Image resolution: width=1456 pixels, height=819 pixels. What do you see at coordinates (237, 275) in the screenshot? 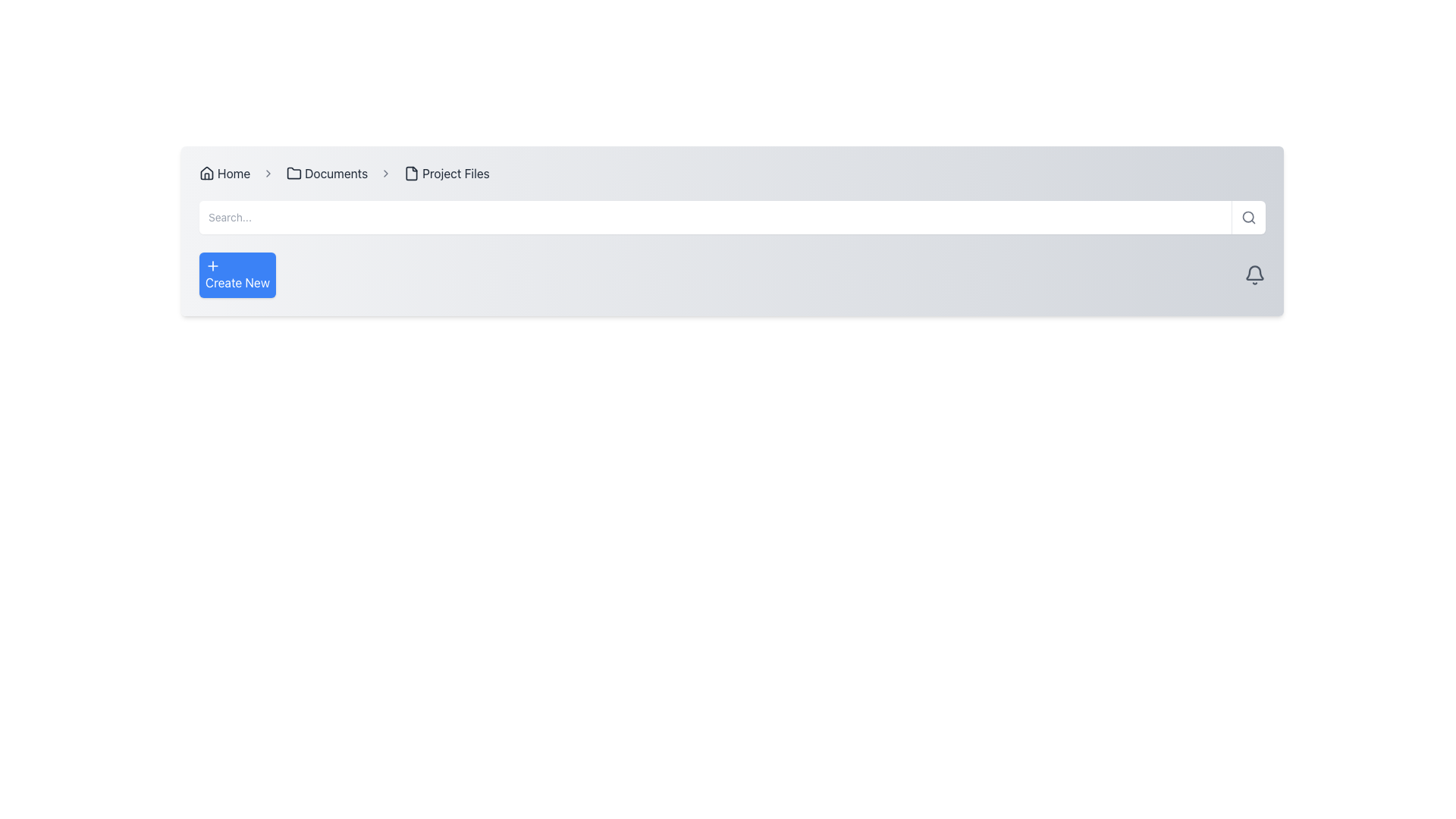
I see `the rectangular button with a blue background and white text displaying 'Create New' to trigger the hover effects` at bounding box center [237, 275].